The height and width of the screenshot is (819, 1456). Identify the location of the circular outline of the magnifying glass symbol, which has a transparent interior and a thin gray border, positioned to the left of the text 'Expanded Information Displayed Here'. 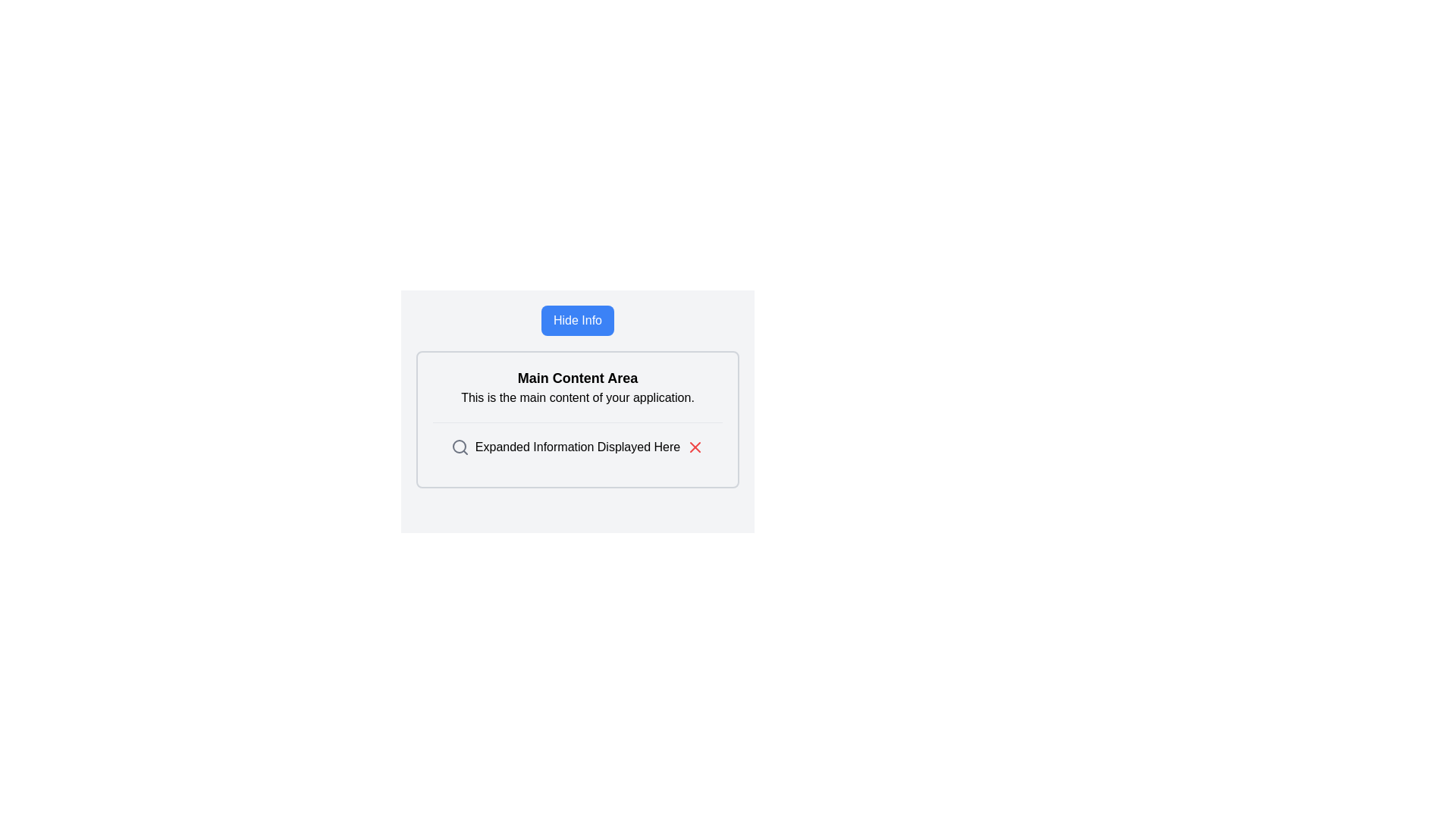
(458, 446).